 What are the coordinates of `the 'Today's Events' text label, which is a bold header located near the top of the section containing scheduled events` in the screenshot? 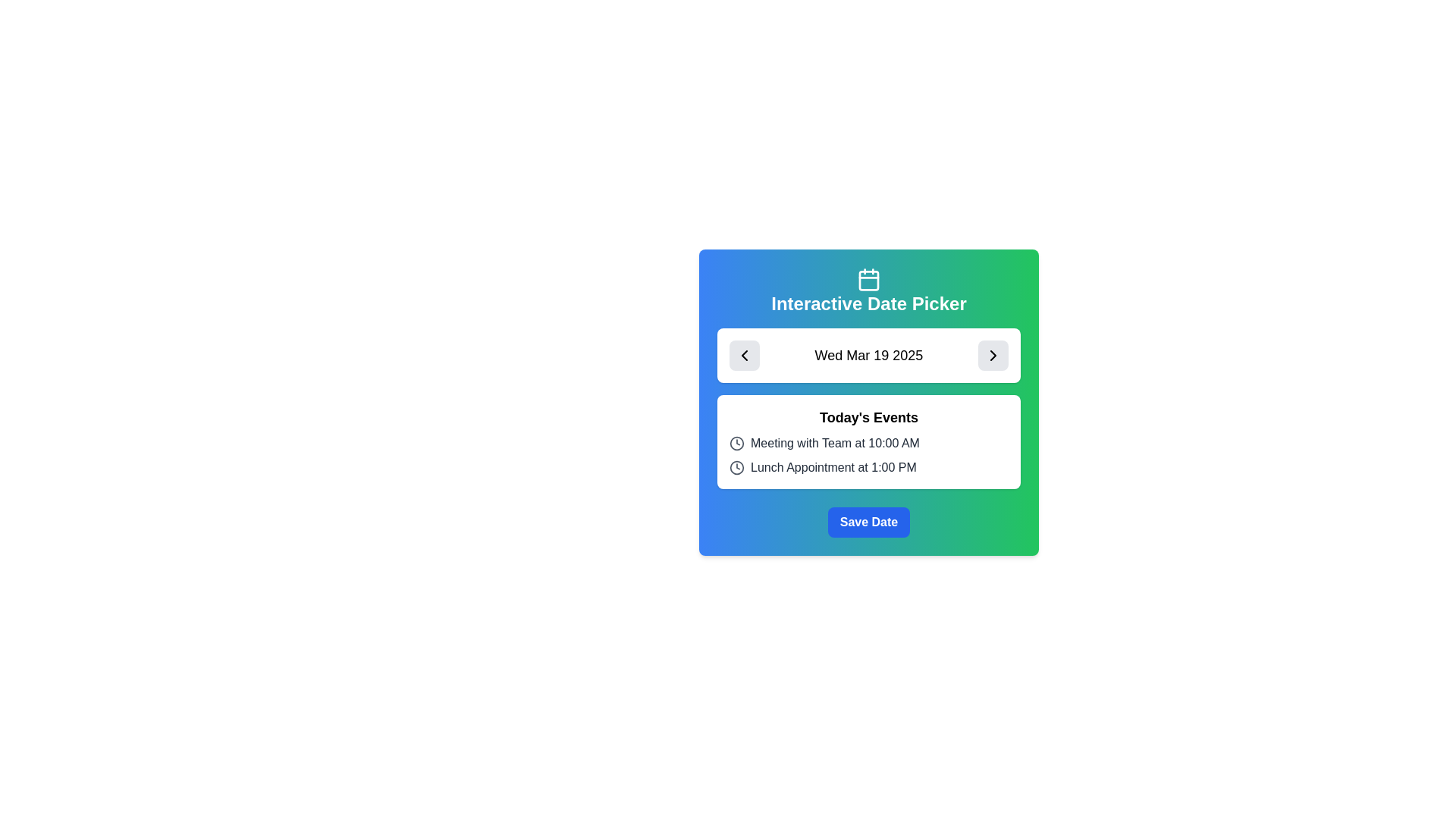 It's located at (869, 418).